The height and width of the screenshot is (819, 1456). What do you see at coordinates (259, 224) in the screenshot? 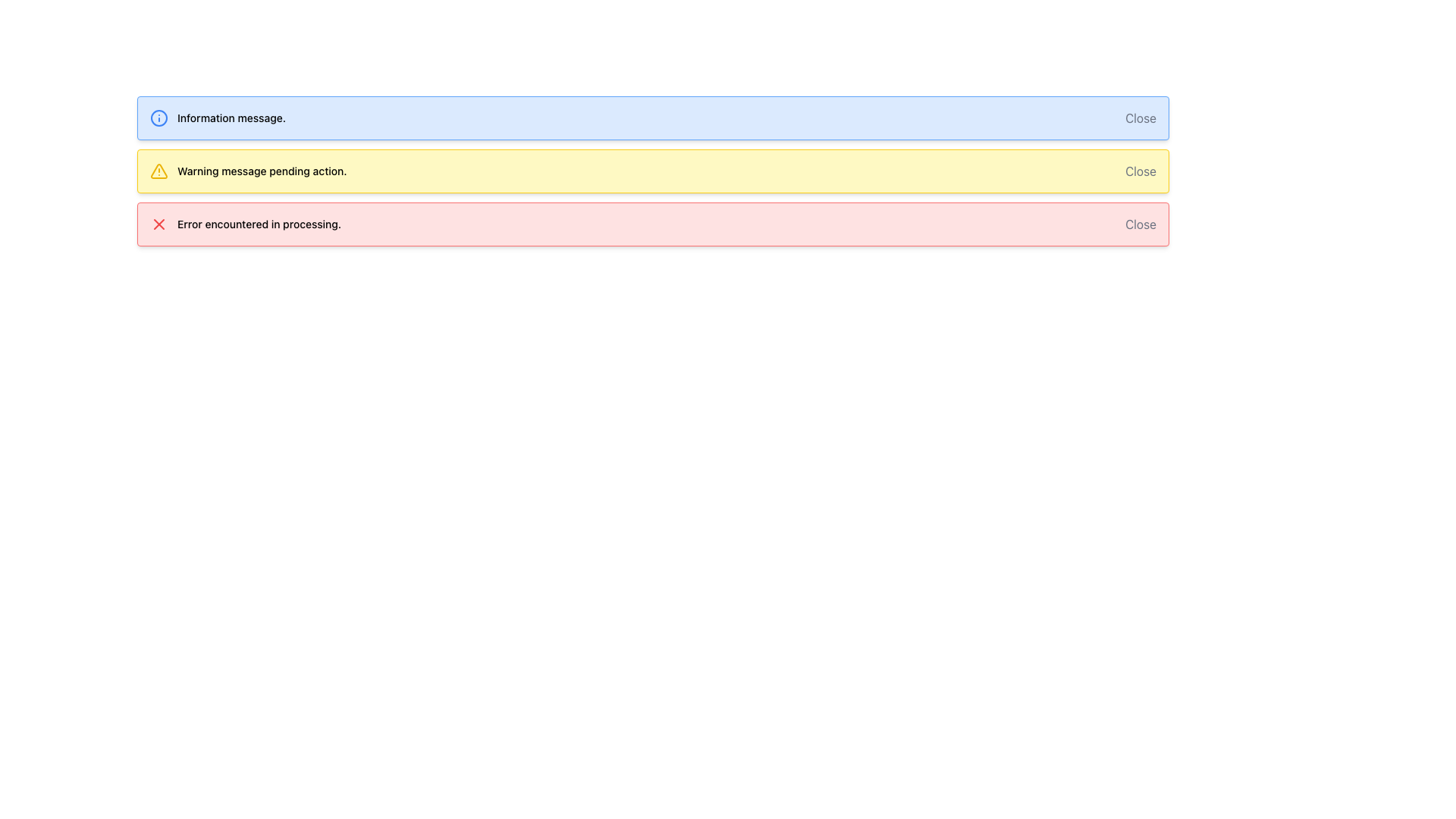
I see `the error message text label located in the lower section of the red alert box to read the descriptive message about the error occurrence` at bounding box center [259, 224].